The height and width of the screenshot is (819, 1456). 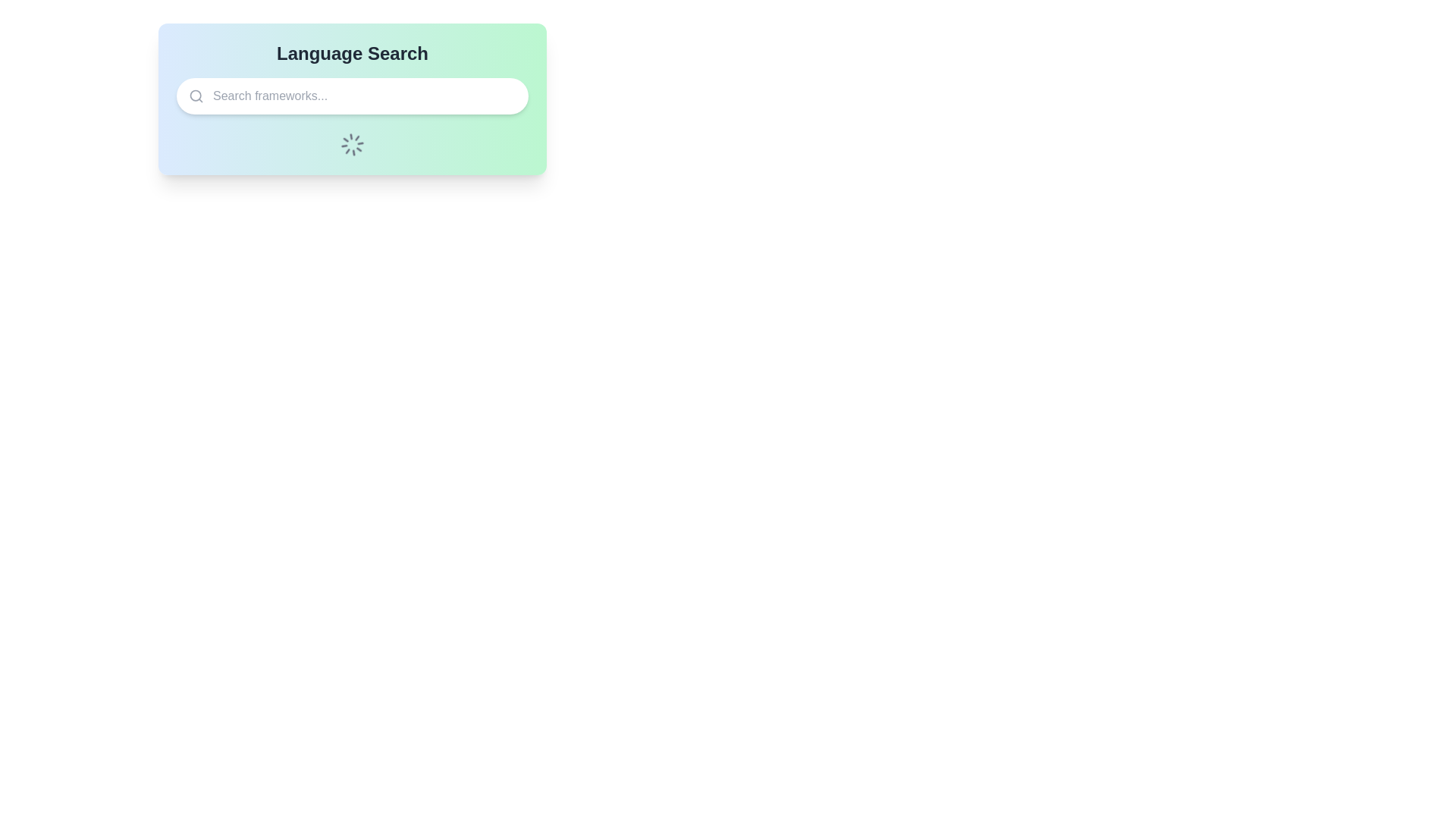 I want to click on the spinning gray loader icon that indicates a process in progress, located in the 'Language Search' card beneath the search bar, so click(x=352, y=145).